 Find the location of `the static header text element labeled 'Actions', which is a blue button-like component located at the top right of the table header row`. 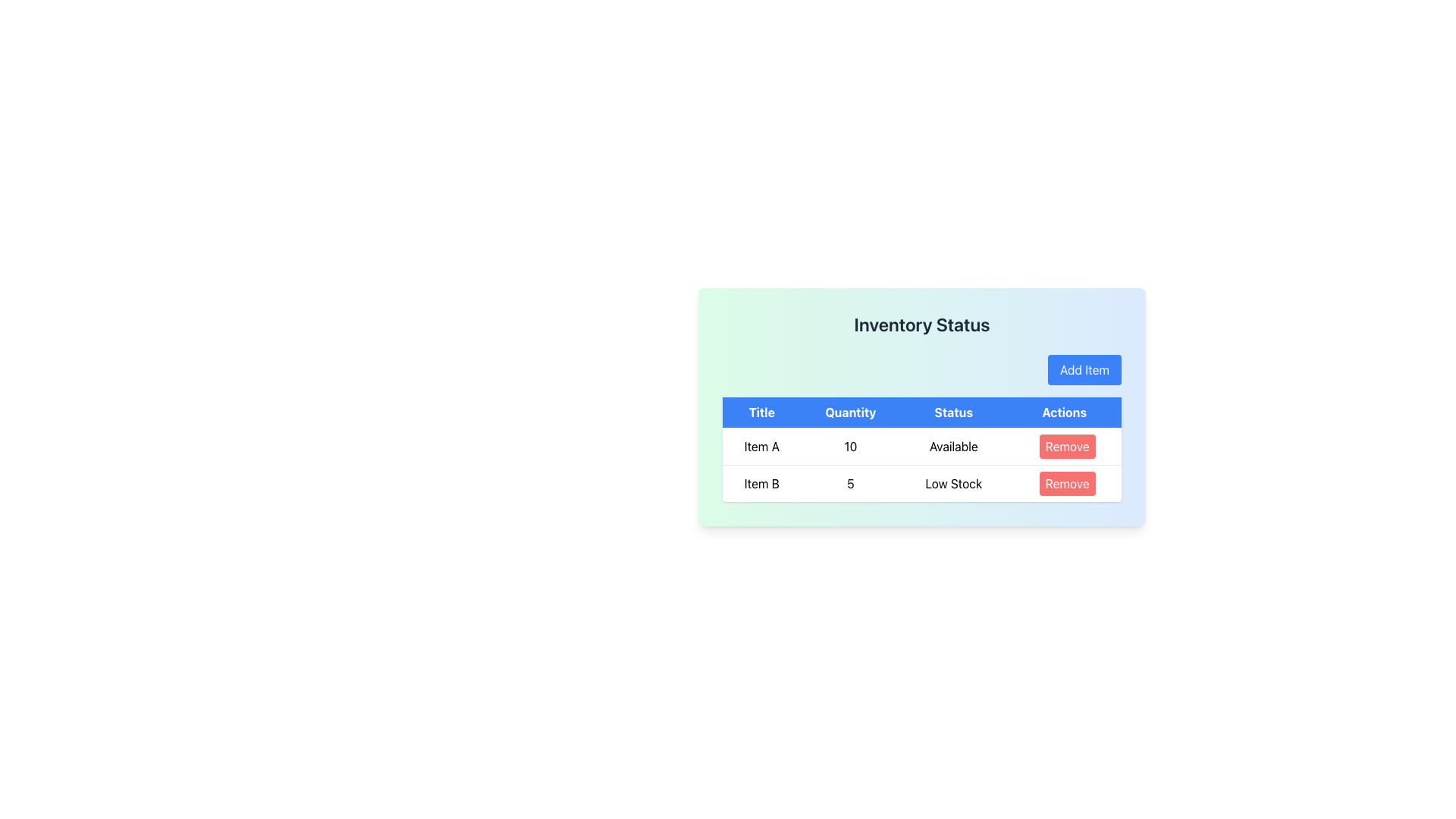

the static header text element labeled 'Actions', which is a blue button-like component located at the top right of the table header row is located at coordinates (1063, 413).